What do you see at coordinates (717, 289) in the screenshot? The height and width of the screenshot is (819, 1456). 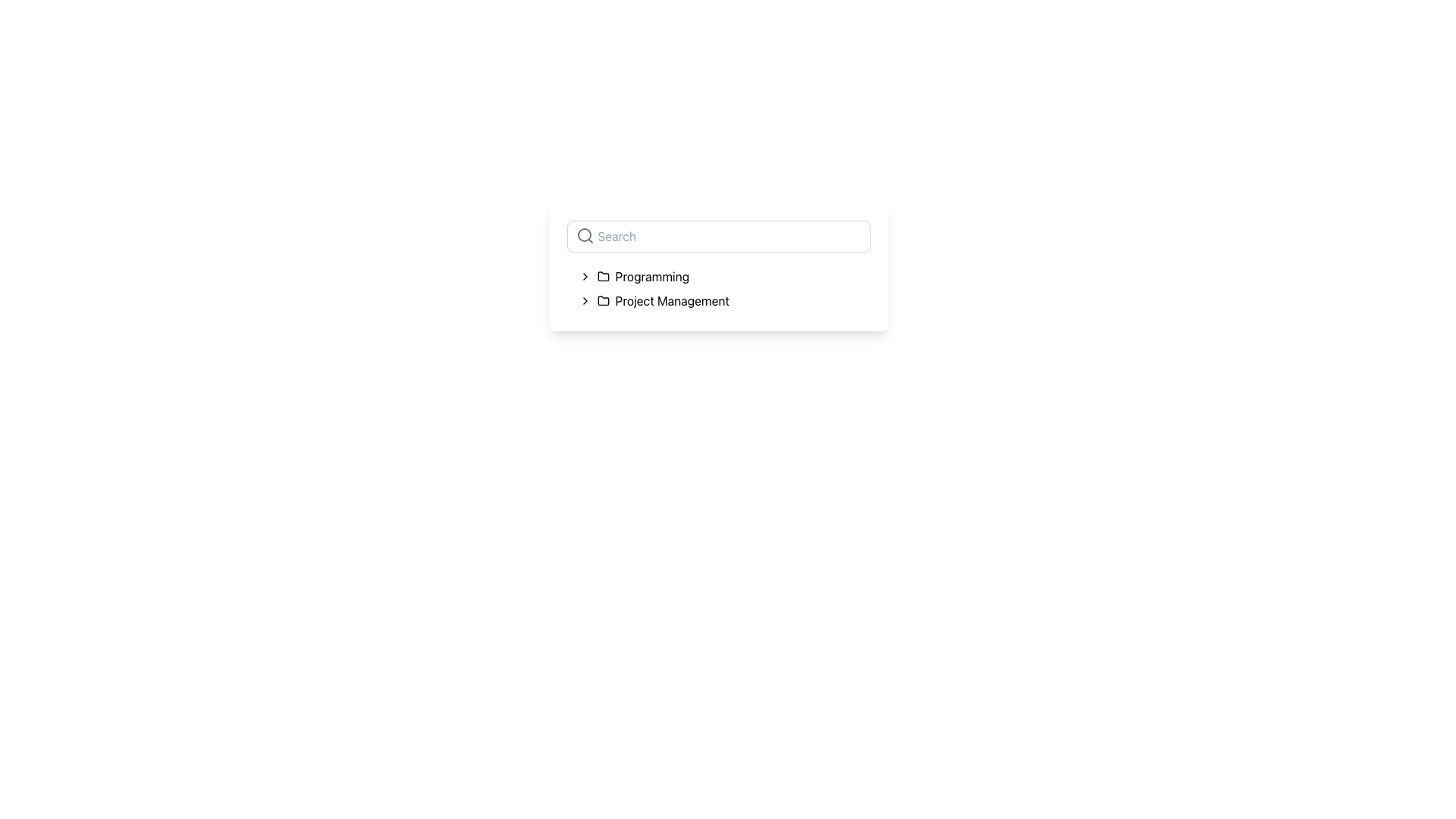 I see `the navigable list section` at bounding box center [717, 289].